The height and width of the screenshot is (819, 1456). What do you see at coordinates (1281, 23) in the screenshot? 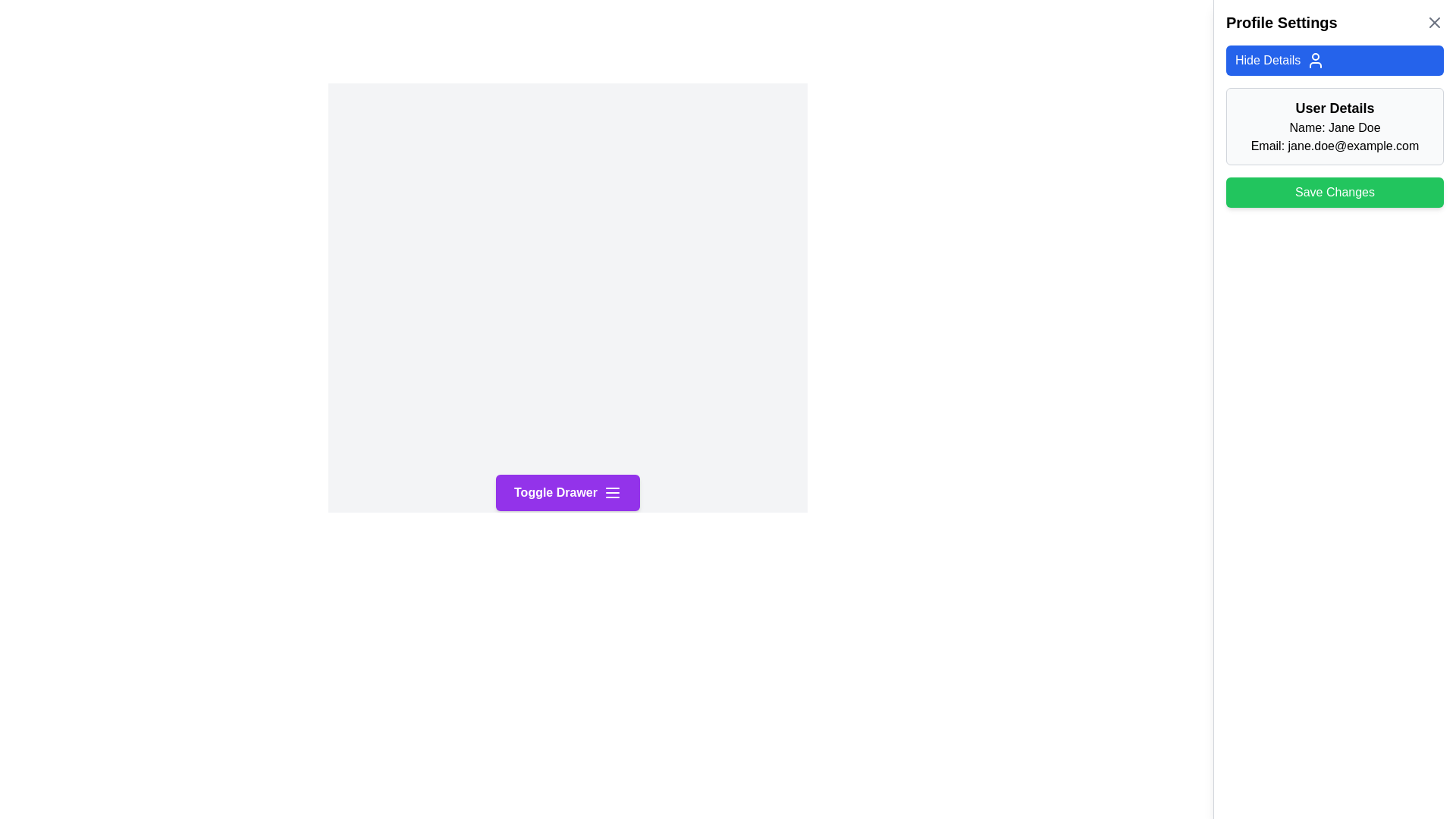
I see `the 'Profile Settings' header located at the top-left corner of the right-aligned sidebar panel` at bounding box center [1281, 23].